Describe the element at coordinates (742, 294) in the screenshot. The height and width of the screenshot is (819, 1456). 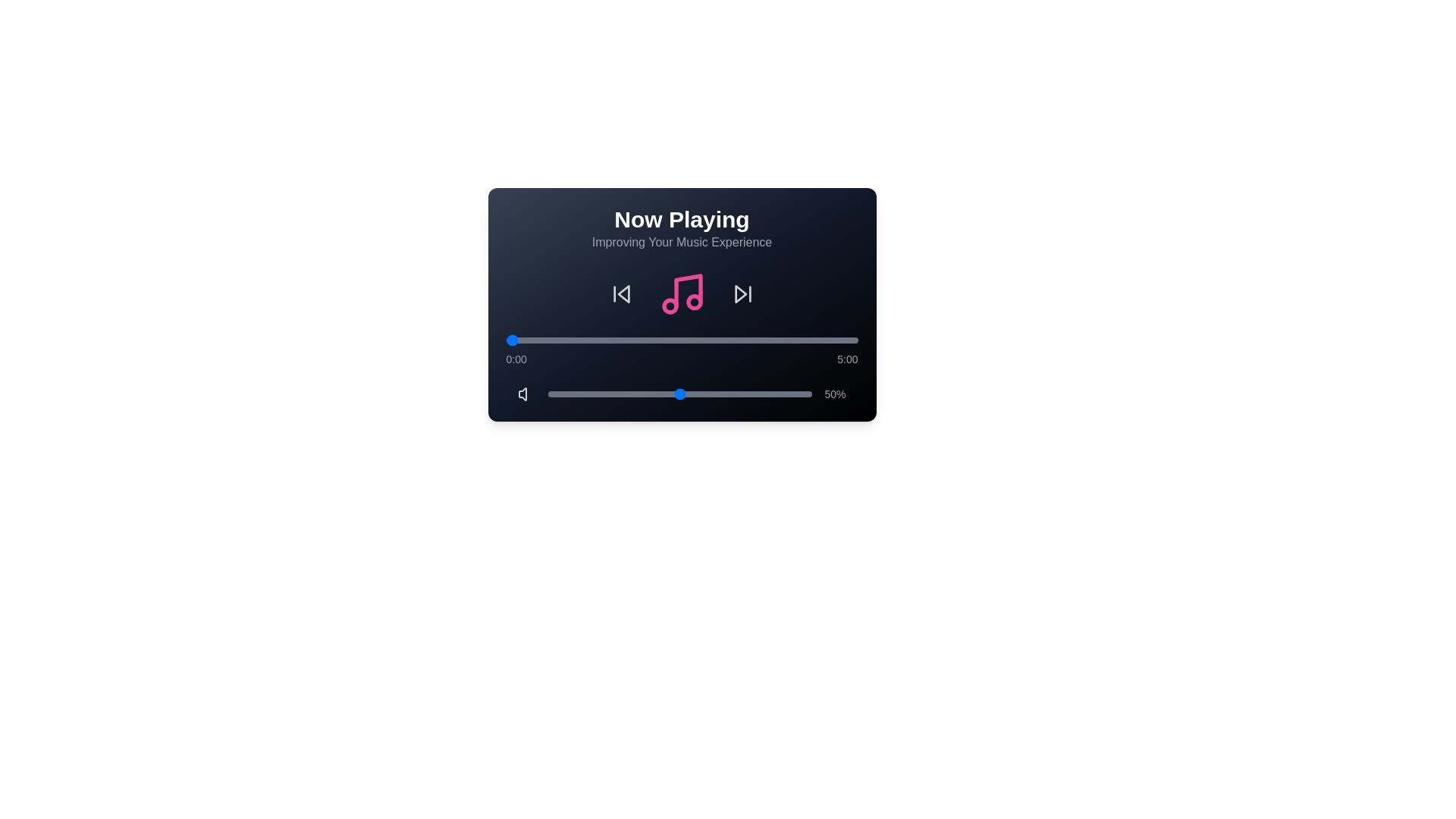
I see `next track button` at that location.